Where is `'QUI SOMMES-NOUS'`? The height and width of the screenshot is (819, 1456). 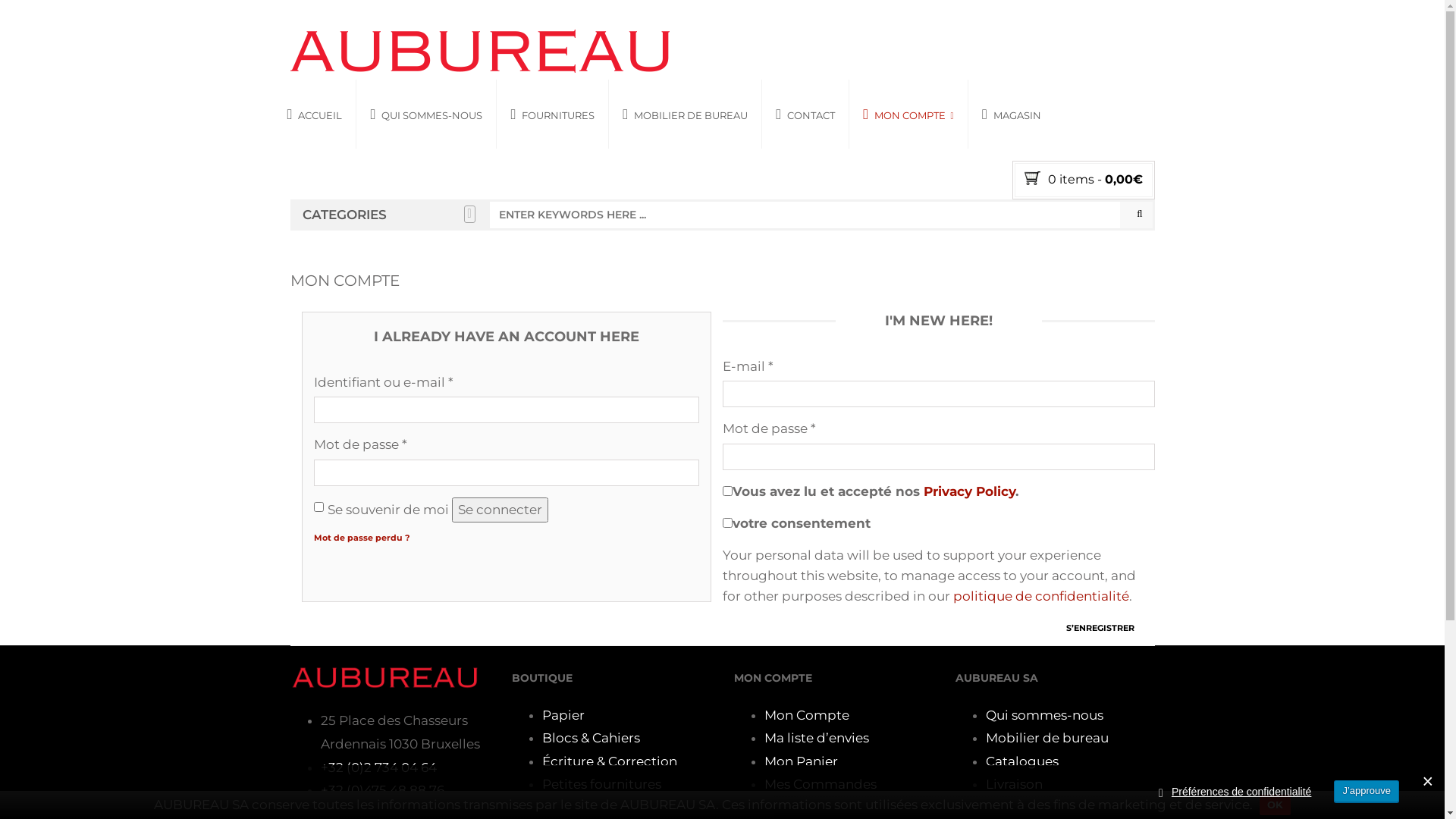 'QUI SOMMES-NOUS' is located at coordinates (425, 113).